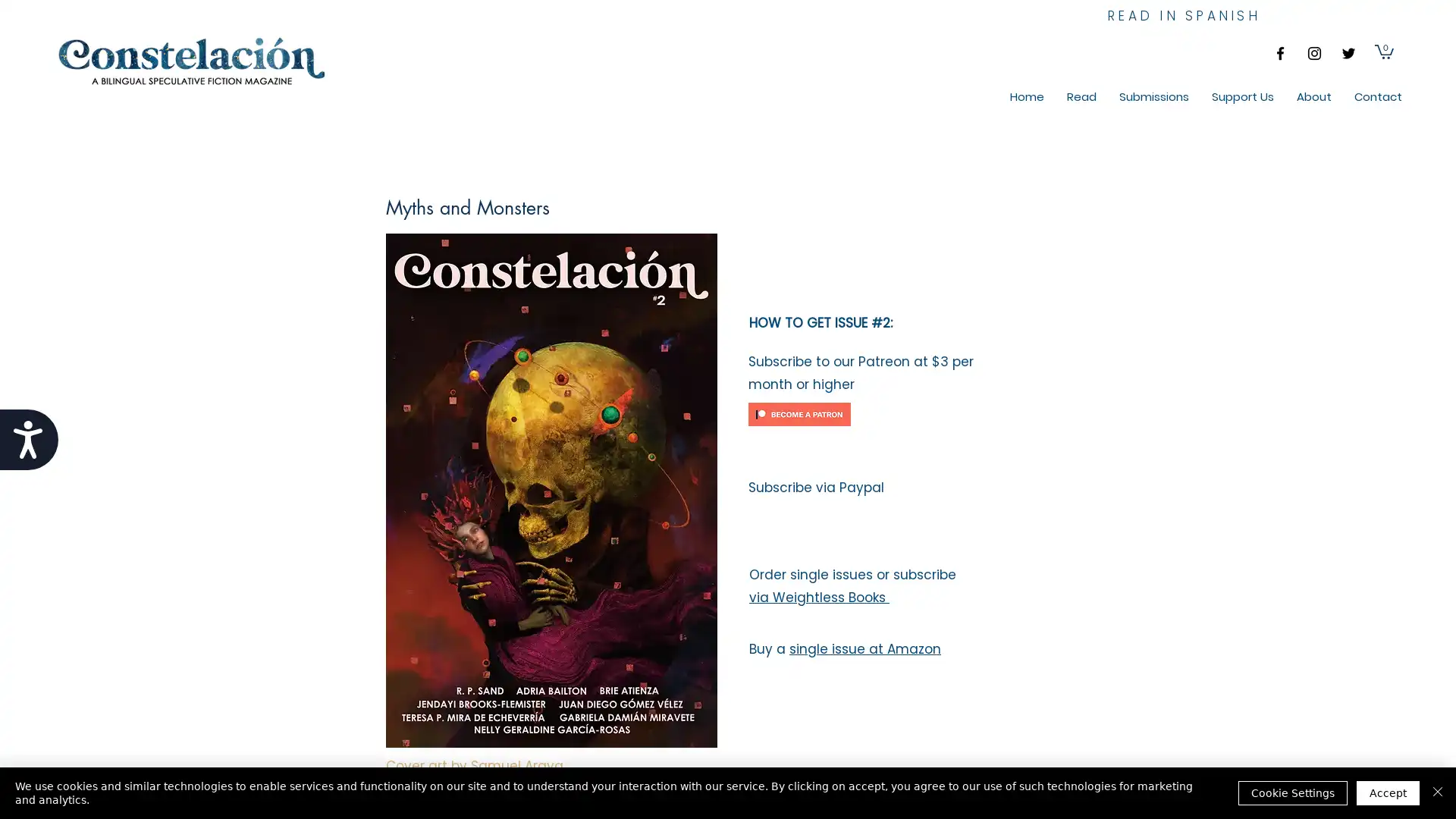 Image resolution: width=1456 pixels, height=819 pixels. What do you see at coordinates (1291, 792) in the screenshot?
I see `Cookie Settings` at bounding box center [1291, 792].